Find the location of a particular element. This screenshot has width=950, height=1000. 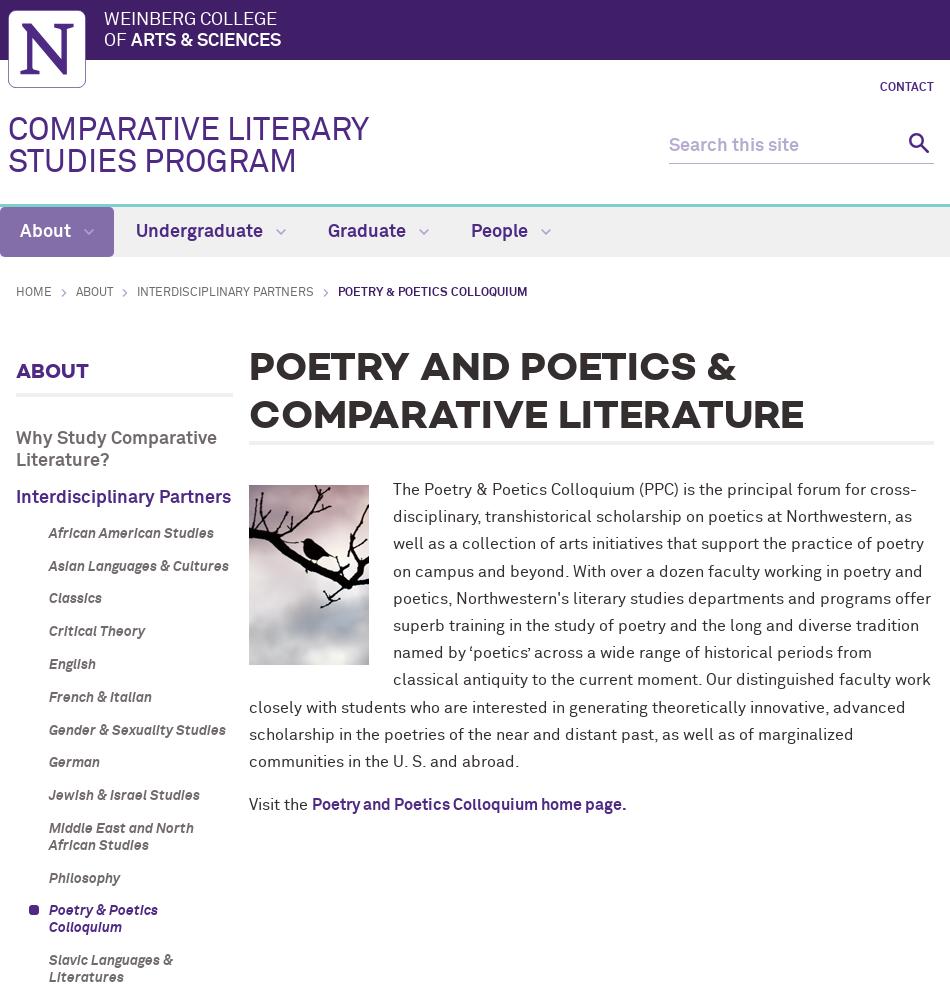

'People' is located at coordinates (501, 231).